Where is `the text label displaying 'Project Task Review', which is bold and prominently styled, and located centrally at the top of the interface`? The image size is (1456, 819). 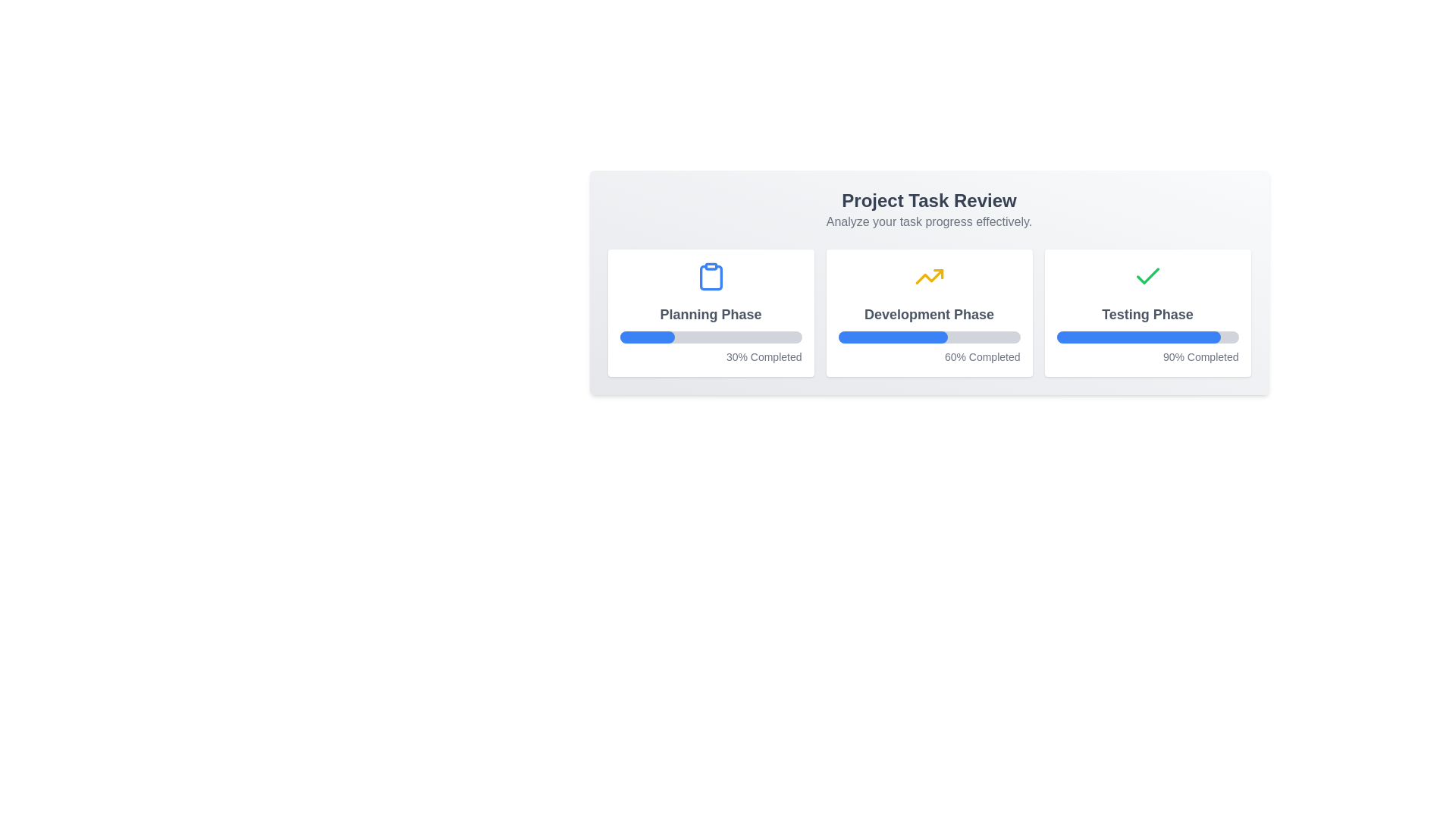 the text label displaying 'Project Task Review', which is bold and prominently styled, and located centrally at the top of the interface is located at coordinates (928, 200).